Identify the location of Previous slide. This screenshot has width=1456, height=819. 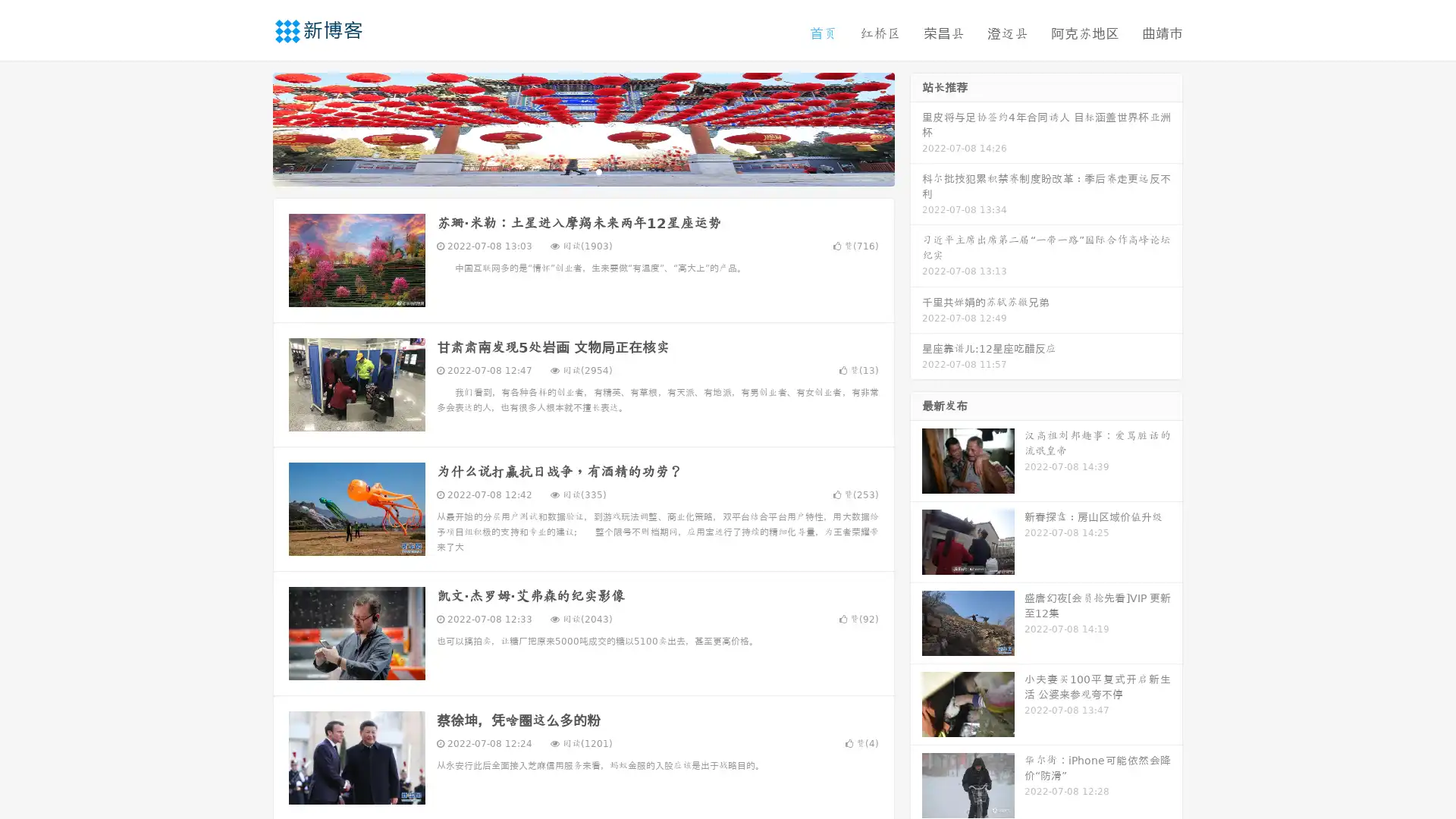
(250, 127).